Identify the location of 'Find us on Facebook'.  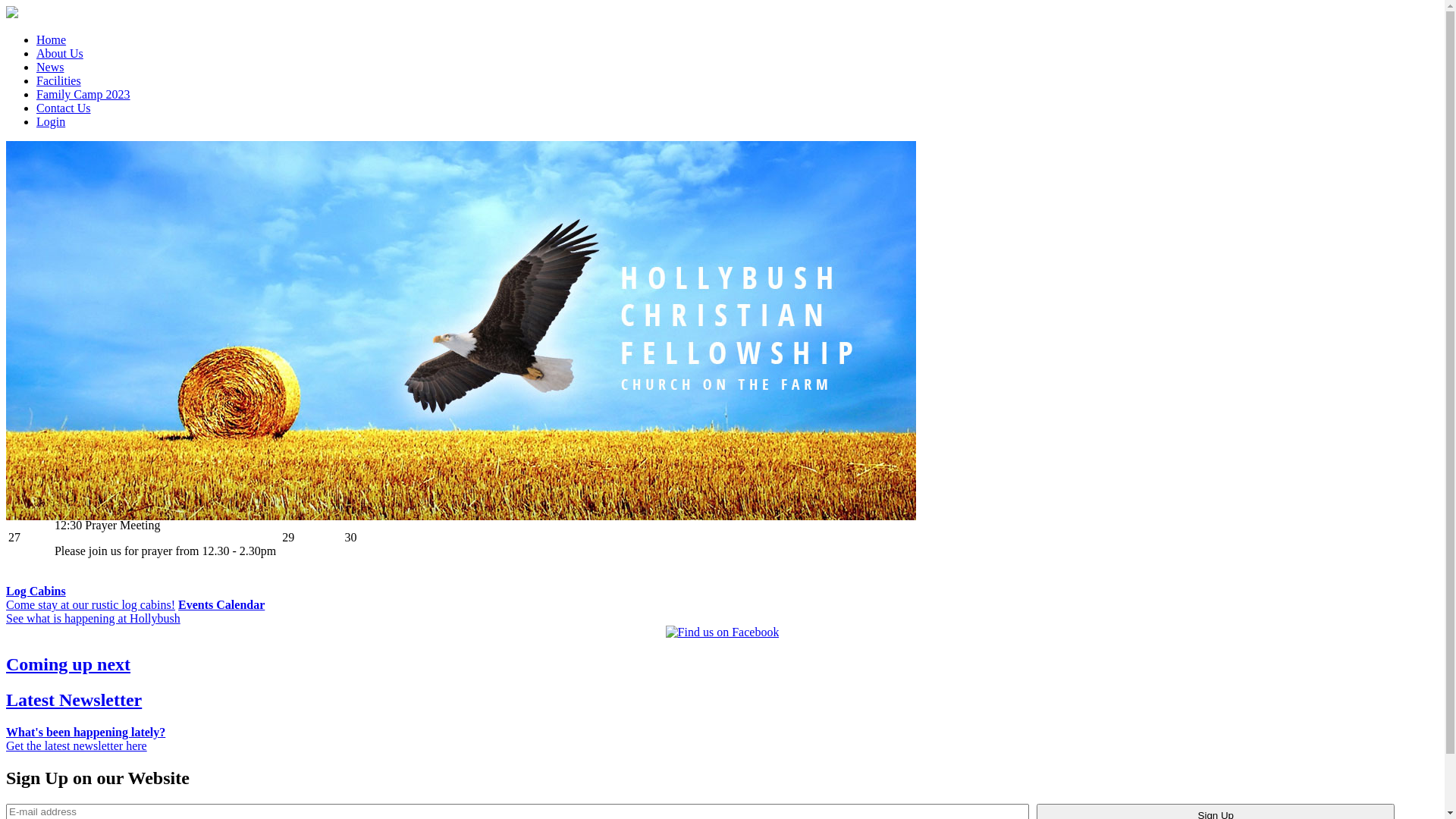
(722, 632).